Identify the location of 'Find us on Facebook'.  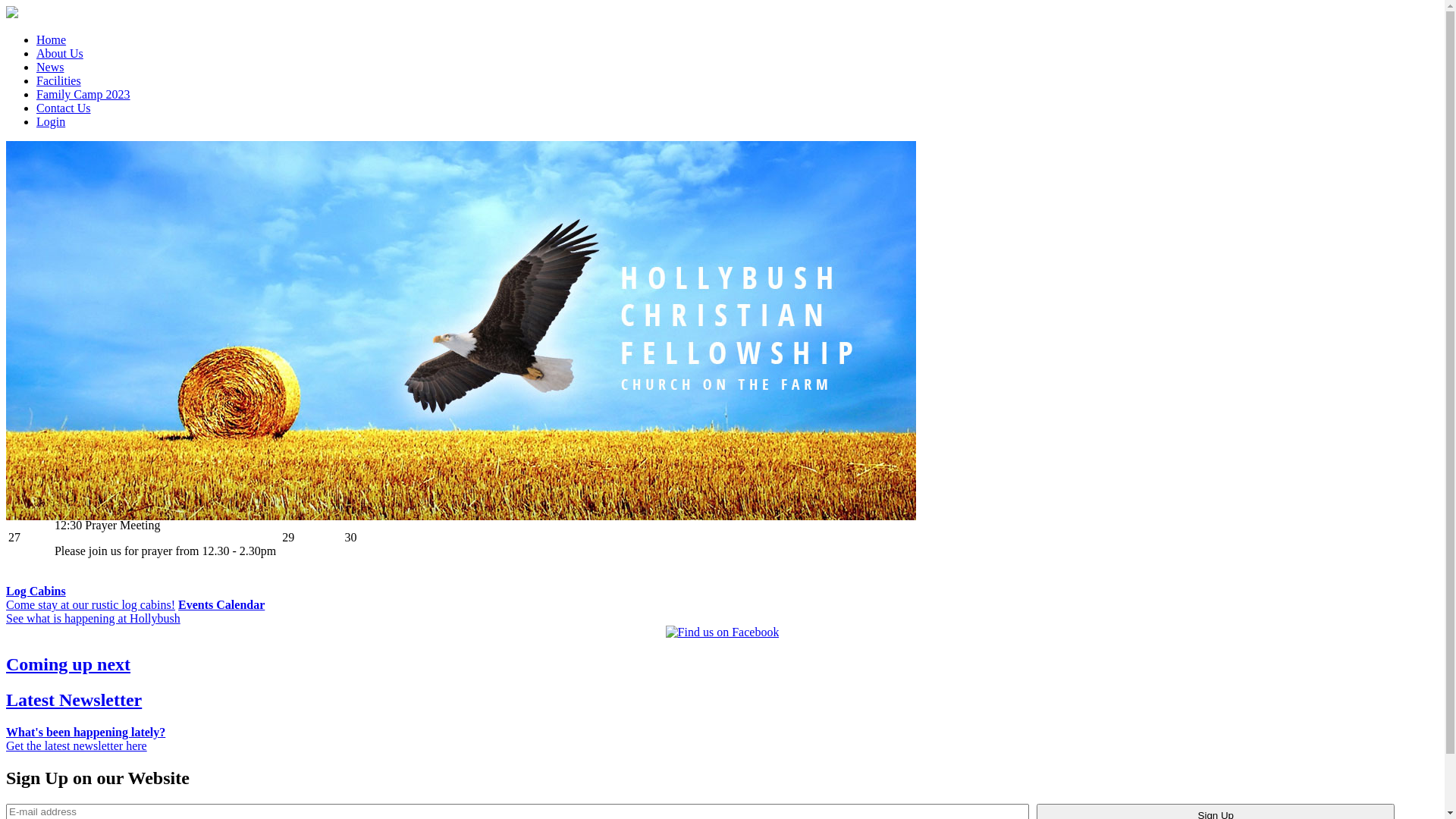
(722, 632).